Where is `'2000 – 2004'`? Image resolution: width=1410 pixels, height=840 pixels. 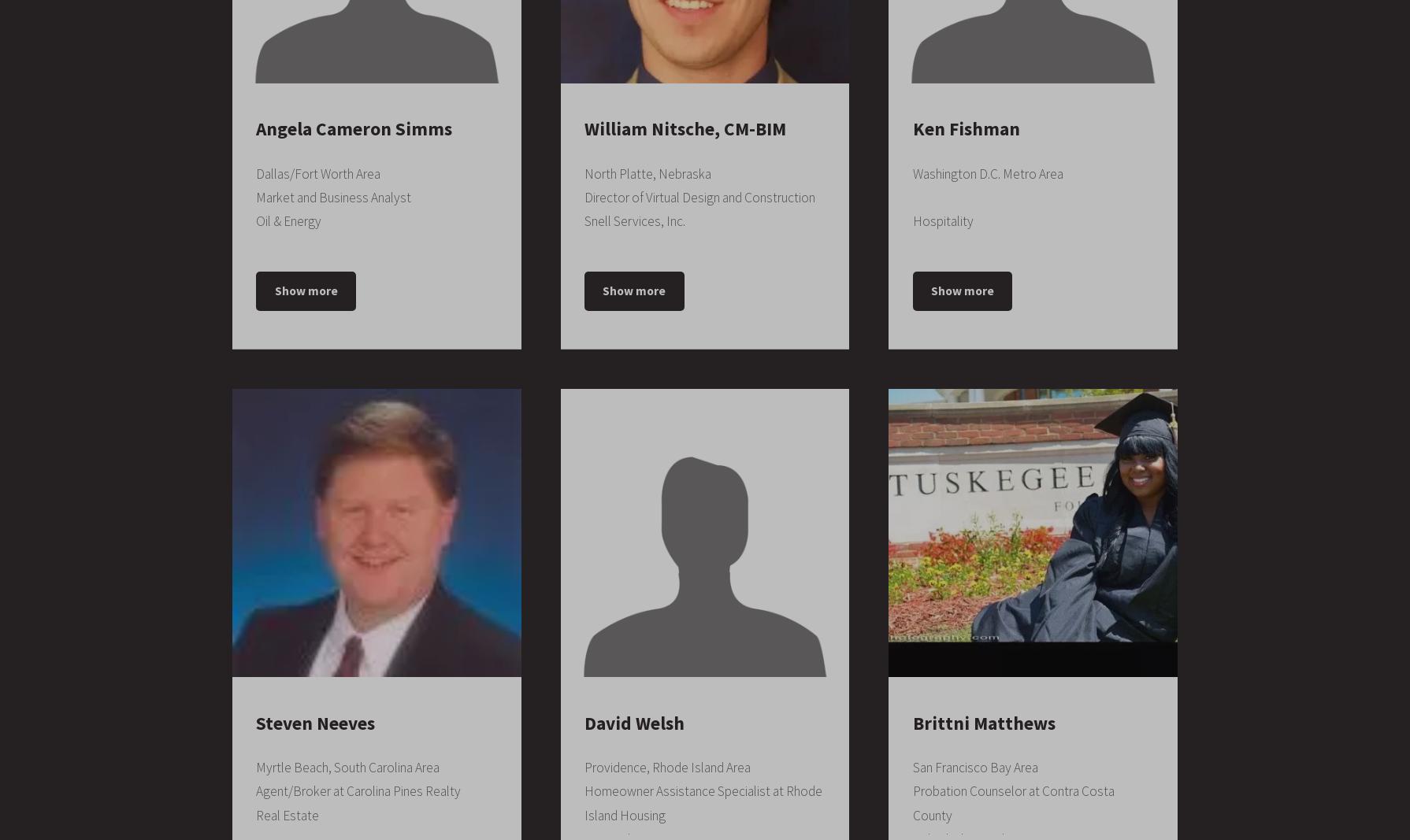
'2000 – 2004' is located at coordinates (709, 200).